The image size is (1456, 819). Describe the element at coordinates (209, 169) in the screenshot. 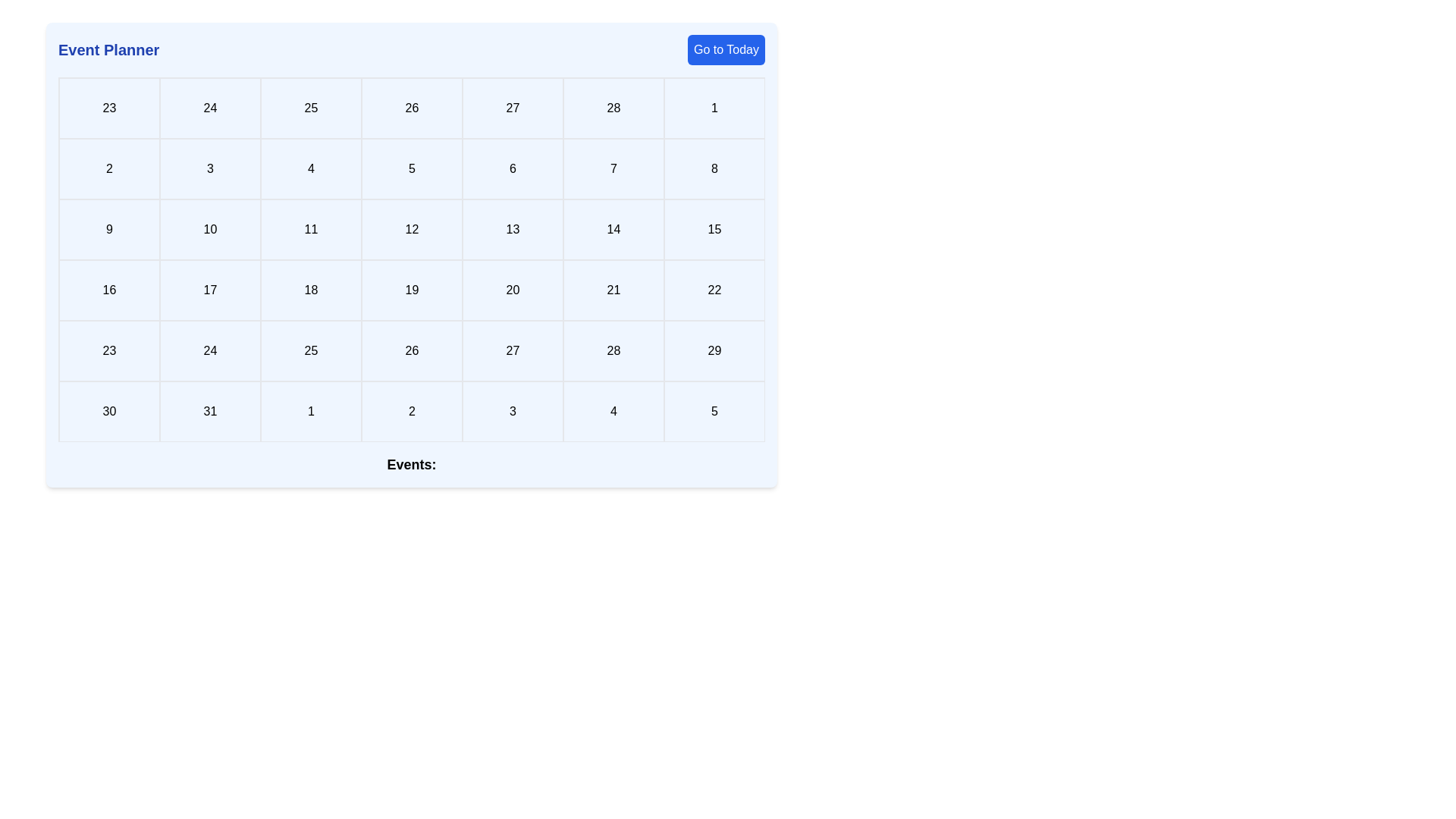

I see `the grid cell containing the number '3', which is in the second row and third column` at that location.